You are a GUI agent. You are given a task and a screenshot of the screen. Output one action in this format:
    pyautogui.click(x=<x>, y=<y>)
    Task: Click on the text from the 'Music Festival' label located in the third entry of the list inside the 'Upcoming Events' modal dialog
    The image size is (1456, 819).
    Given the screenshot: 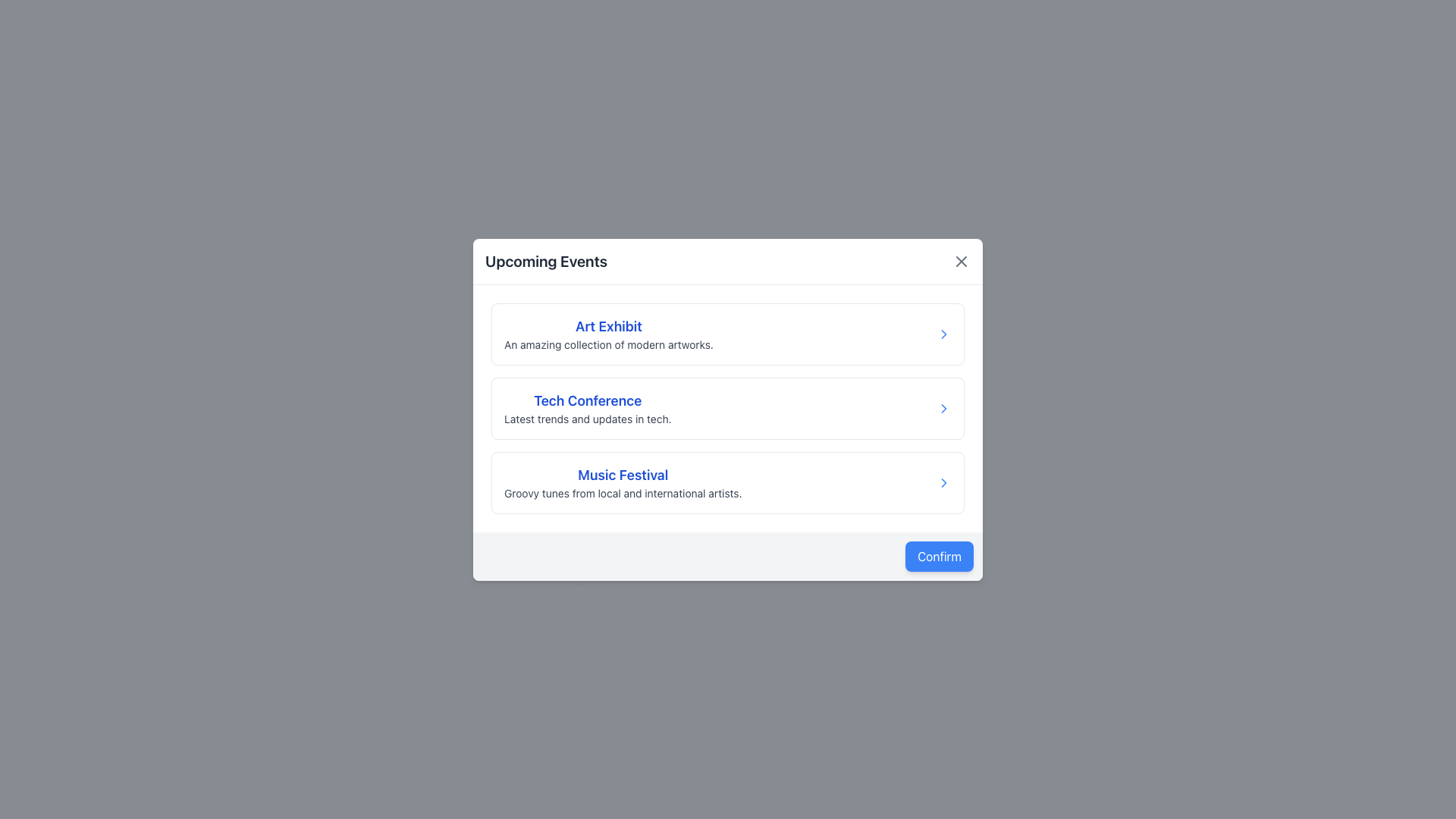 What is the action you would take?
    pyautogui.click(x=623, y=474)
    